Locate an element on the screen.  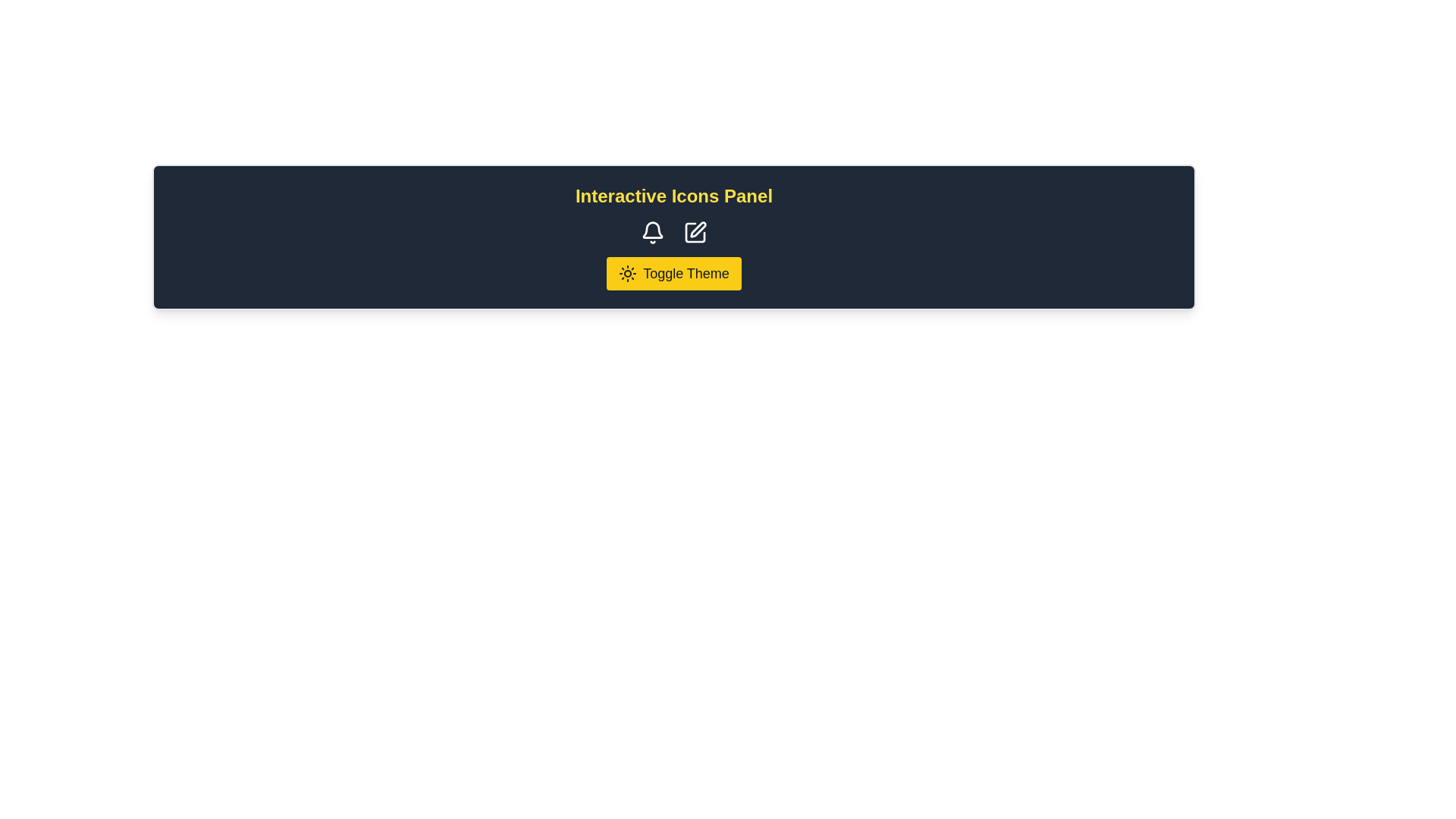
the theme switch button located at the center-bottom of the panel, directly below the bell and pen icons is located at coordinates (673, 274).